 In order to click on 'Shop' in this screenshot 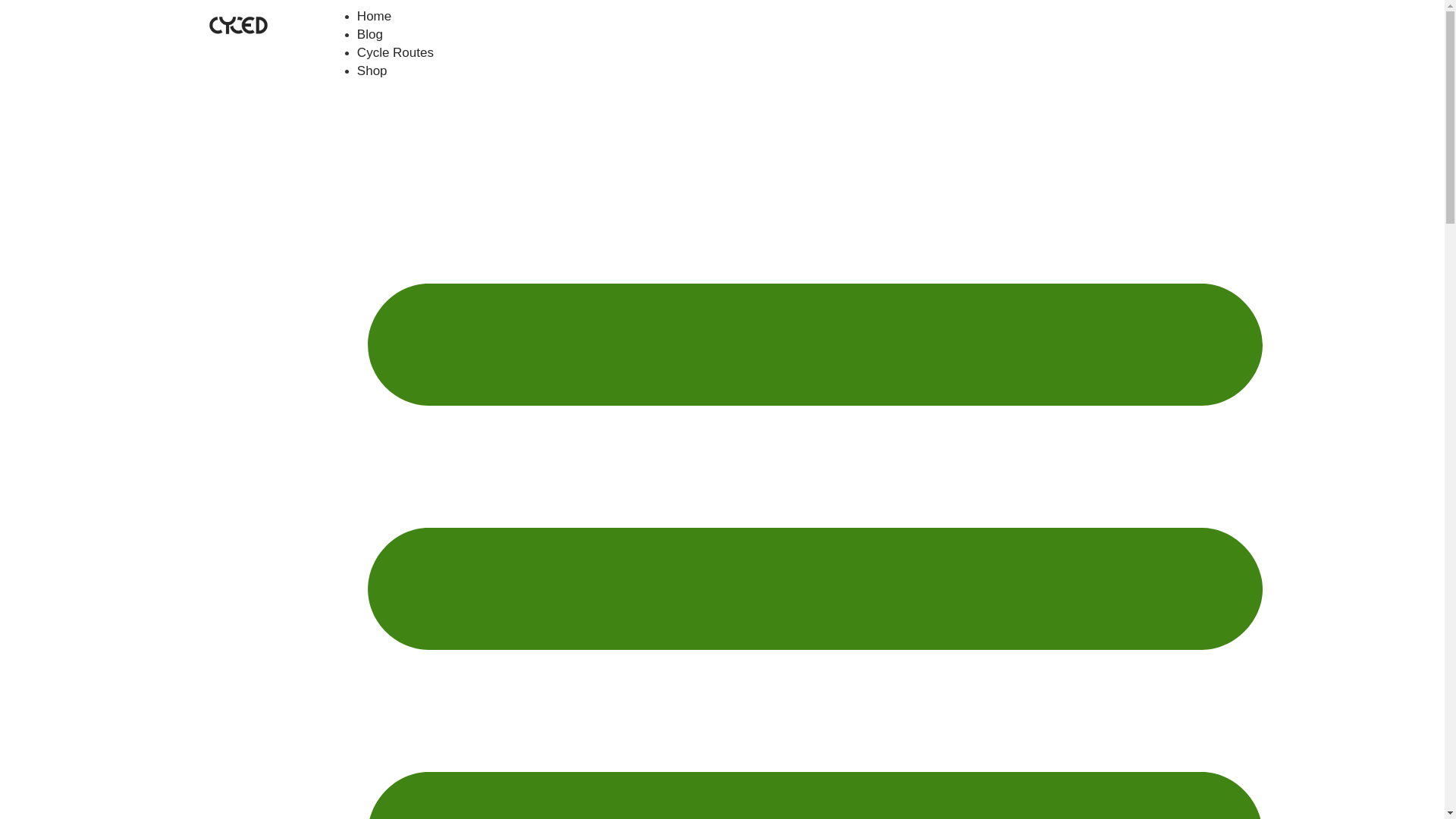, I will do `click(372, 71)`.